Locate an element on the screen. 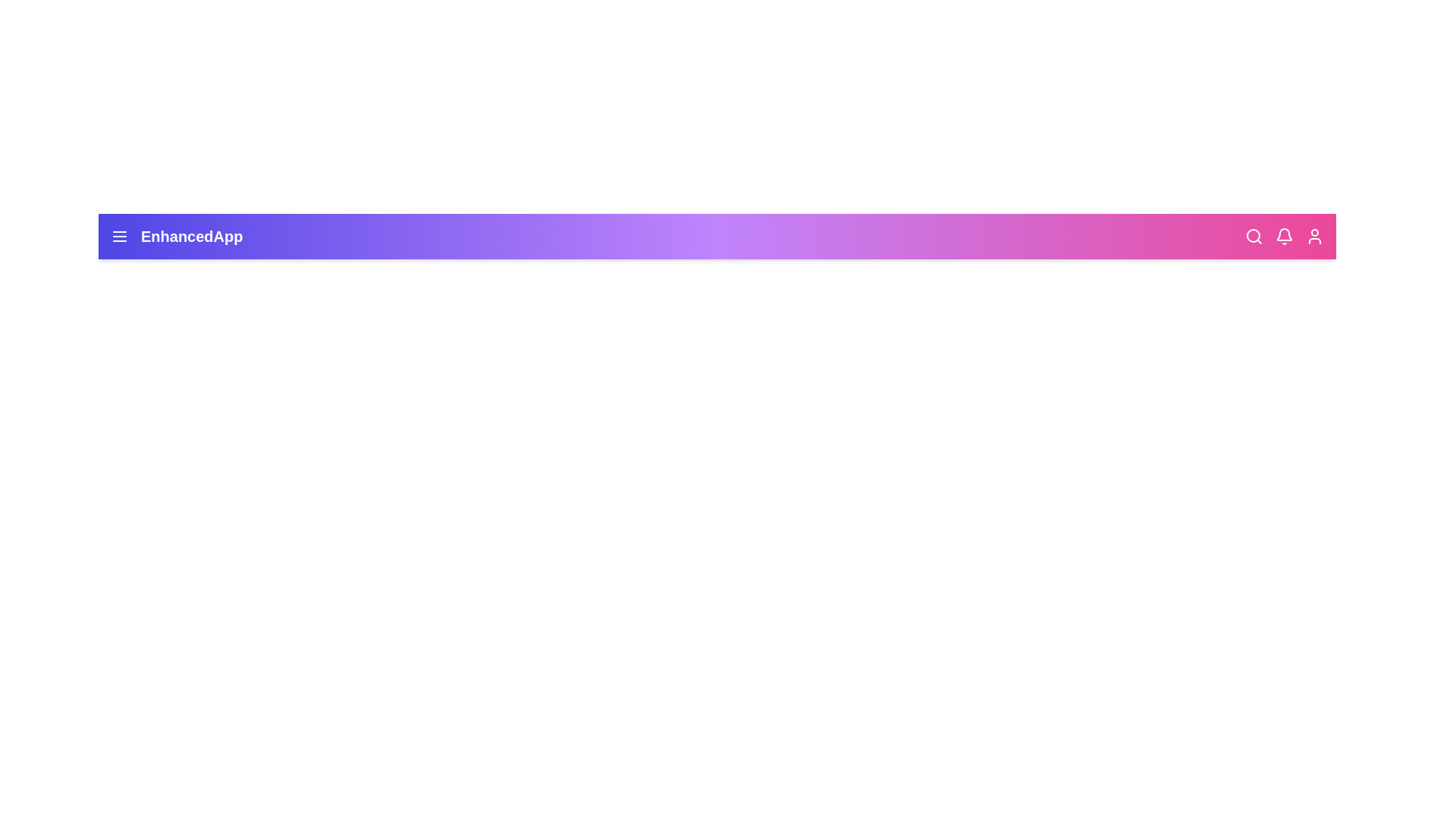 The width and height of the screenshot is (1456, 819). the menu icon to expand or collapse the navigation options is located at coordinates (119, 237).